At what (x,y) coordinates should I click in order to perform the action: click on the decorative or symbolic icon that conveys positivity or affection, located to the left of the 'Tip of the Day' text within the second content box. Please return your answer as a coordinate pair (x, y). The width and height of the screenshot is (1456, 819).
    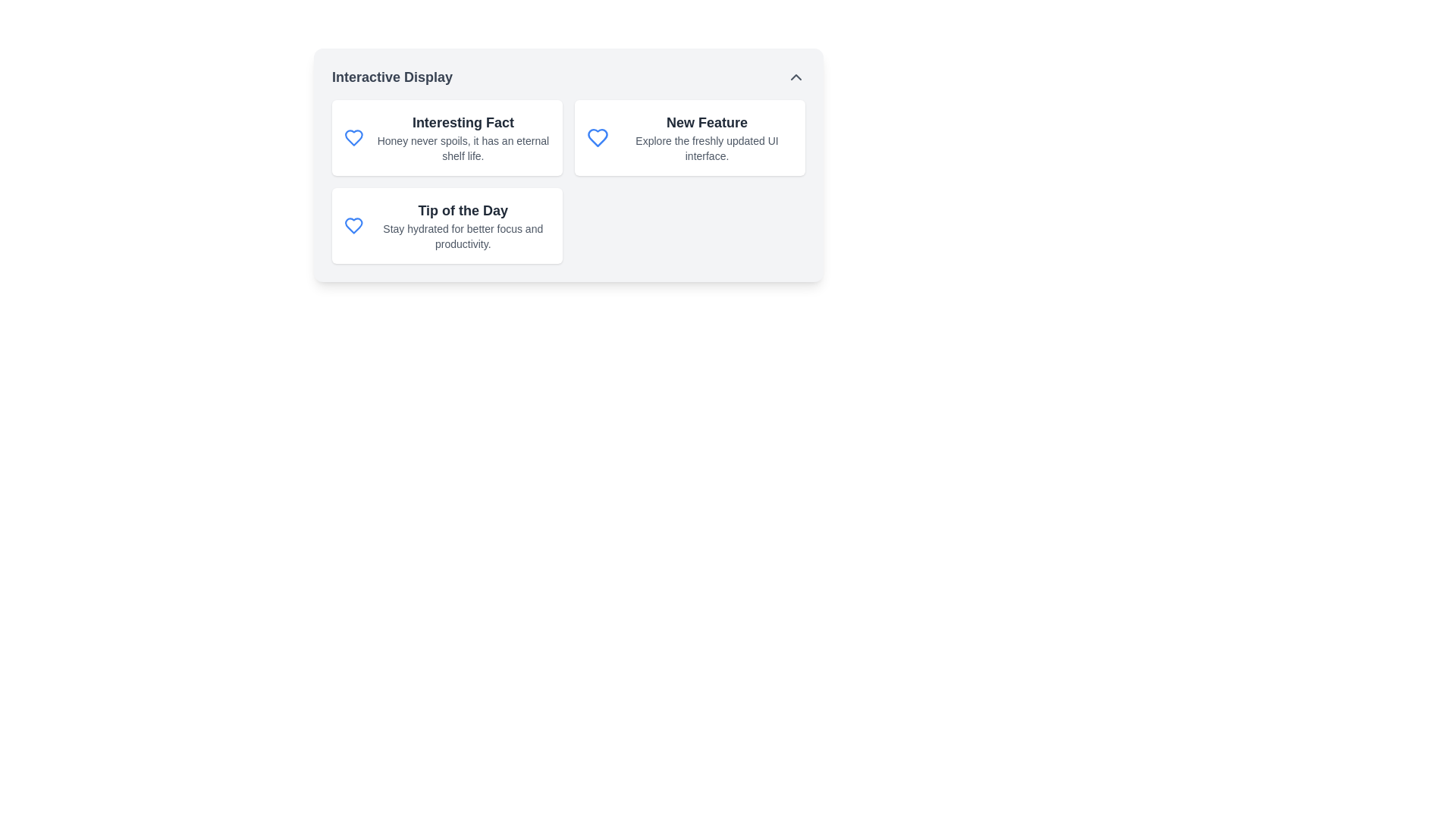
    Looking at the image, I should click on (353, 225).